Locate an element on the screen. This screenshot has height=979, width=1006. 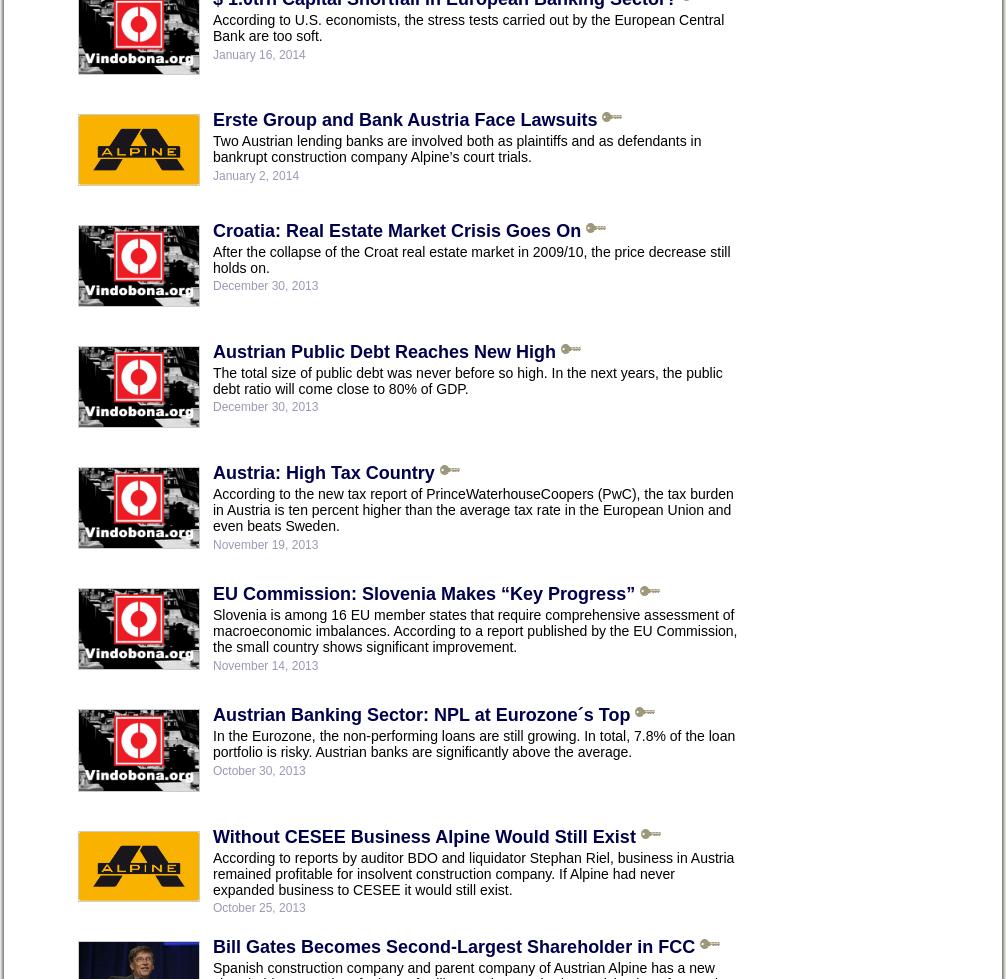
'In the Eurozone, the non-performing loans are still growing. In total, 7.8% of the loan portfolio is risky. Austrian banks are significantly above the average.' is located at coordinates (473, 743).